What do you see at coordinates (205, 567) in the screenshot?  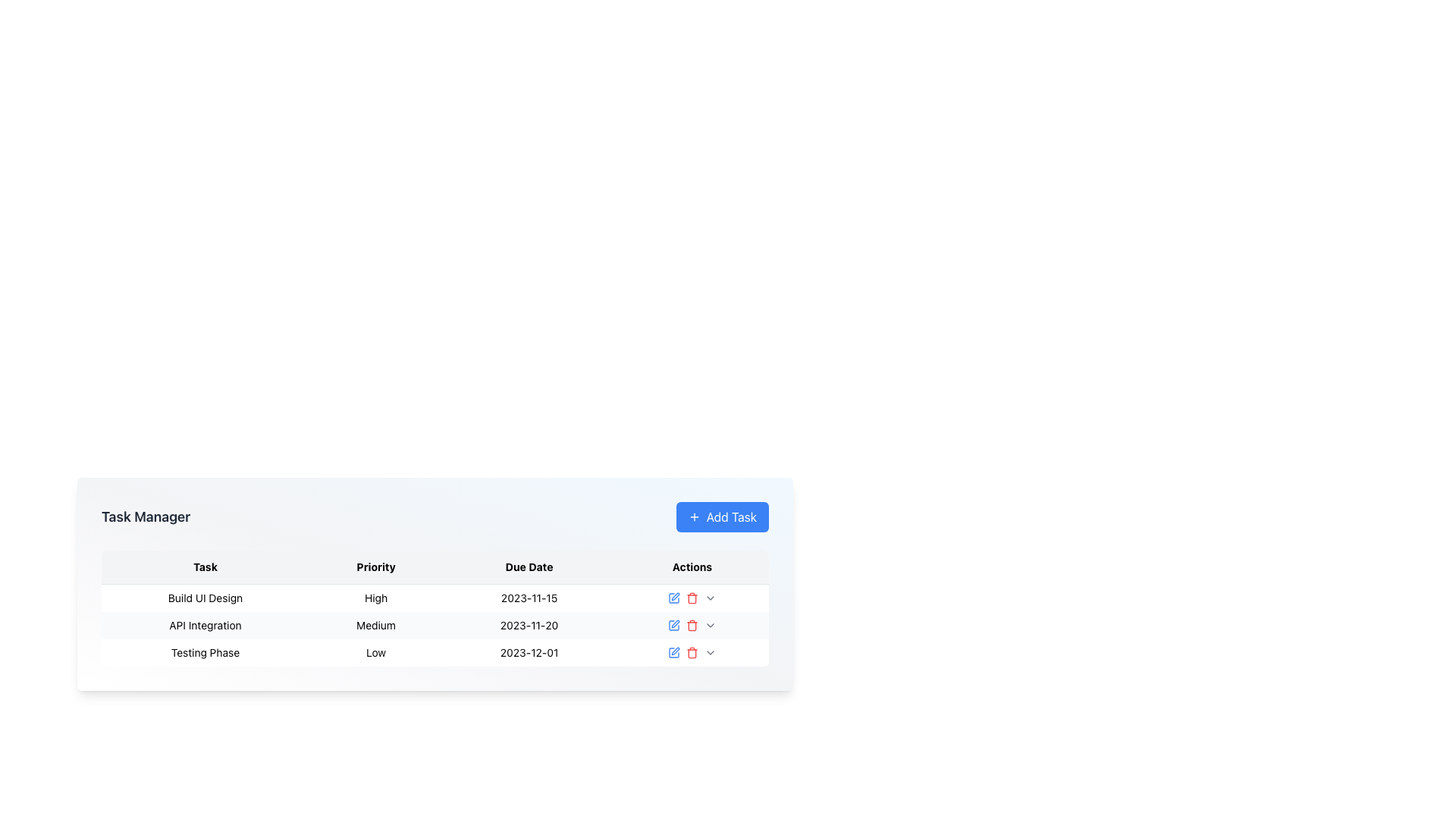 I see `the header label displaying the text 'Task', which is bold and aligned to the left within its header row, located on the far left of its sibling elements` at bounding box center [205, 567].